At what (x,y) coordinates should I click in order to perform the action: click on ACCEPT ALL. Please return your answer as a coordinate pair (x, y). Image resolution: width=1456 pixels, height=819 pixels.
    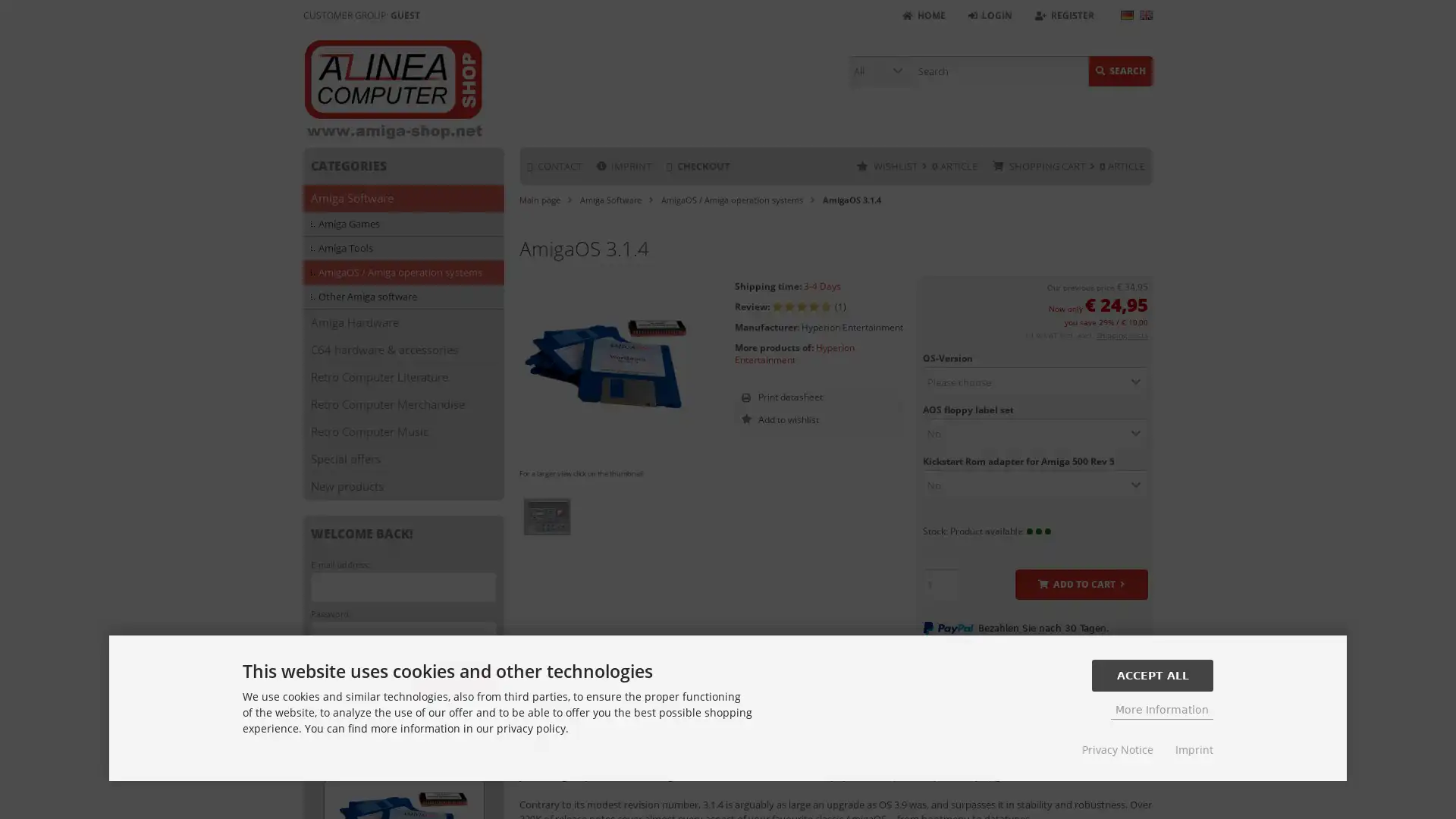
    Looking at the image, I should click on (1153, 674).